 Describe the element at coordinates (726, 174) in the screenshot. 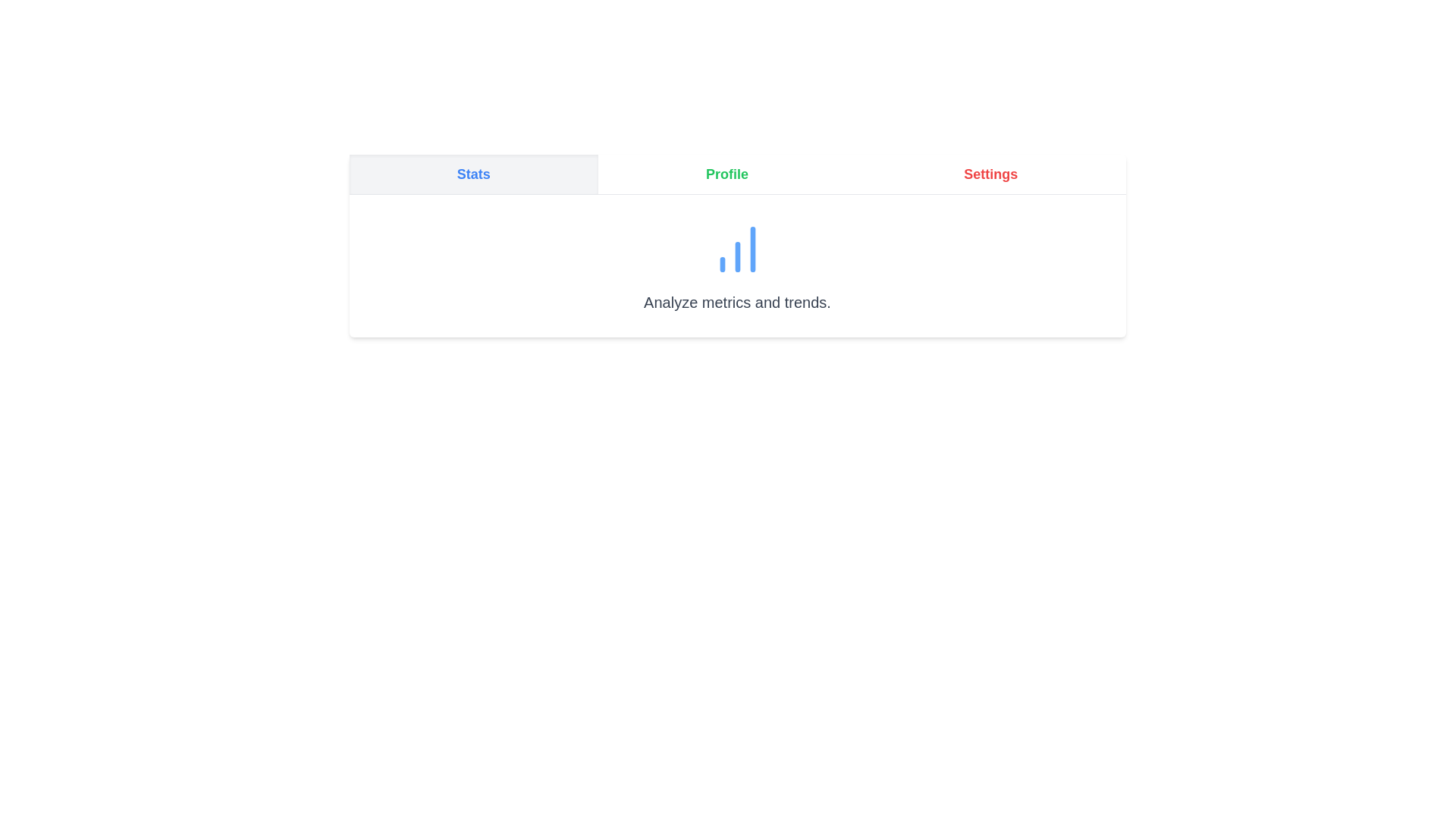

I see `the 'Profile' button` at that location.